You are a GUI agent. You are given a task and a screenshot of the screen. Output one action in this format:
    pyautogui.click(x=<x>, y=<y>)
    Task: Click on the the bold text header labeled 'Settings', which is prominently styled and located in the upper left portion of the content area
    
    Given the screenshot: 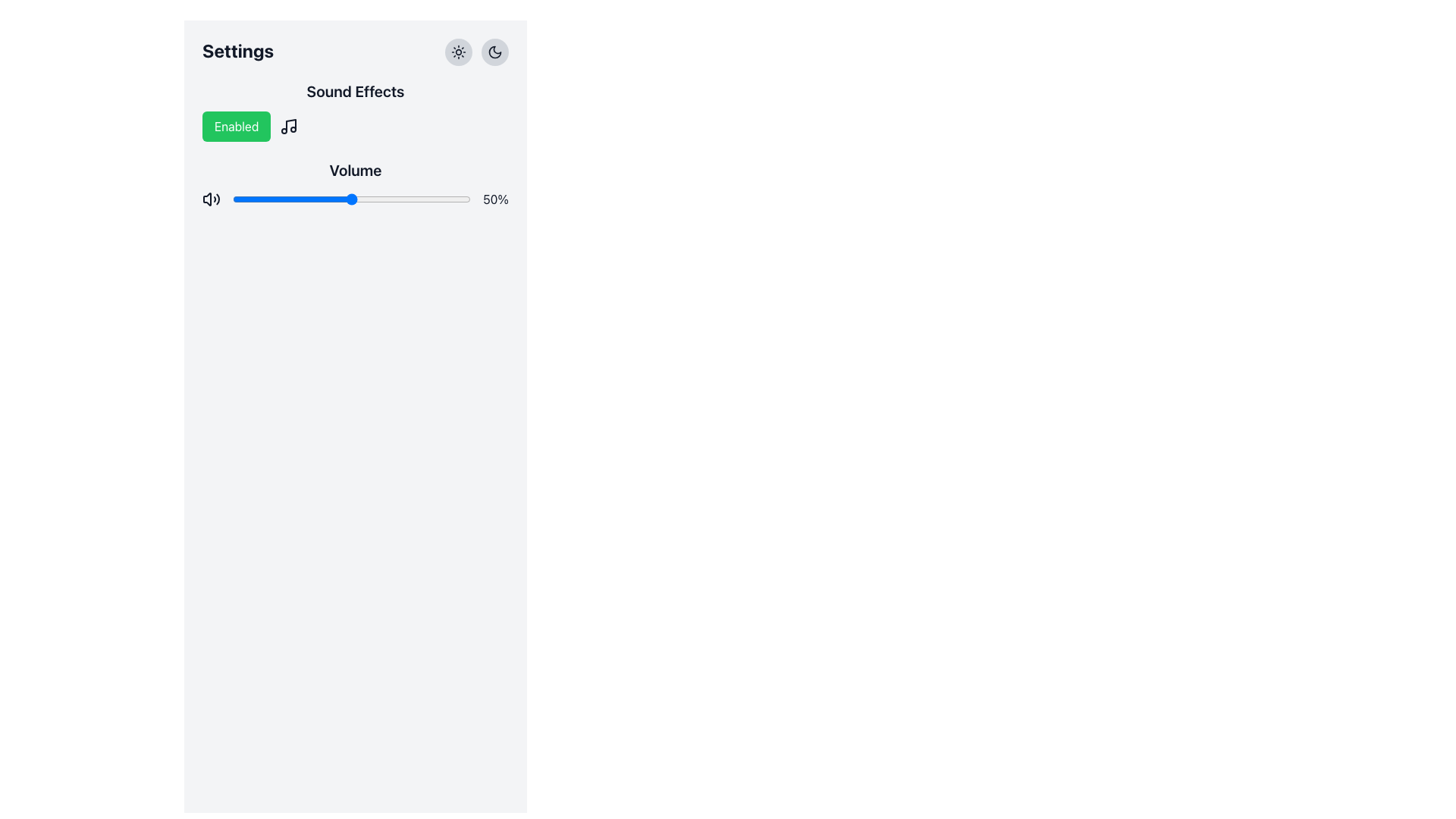 What is the action you would take?
    pyautogui.click(x=237, y=52)
    